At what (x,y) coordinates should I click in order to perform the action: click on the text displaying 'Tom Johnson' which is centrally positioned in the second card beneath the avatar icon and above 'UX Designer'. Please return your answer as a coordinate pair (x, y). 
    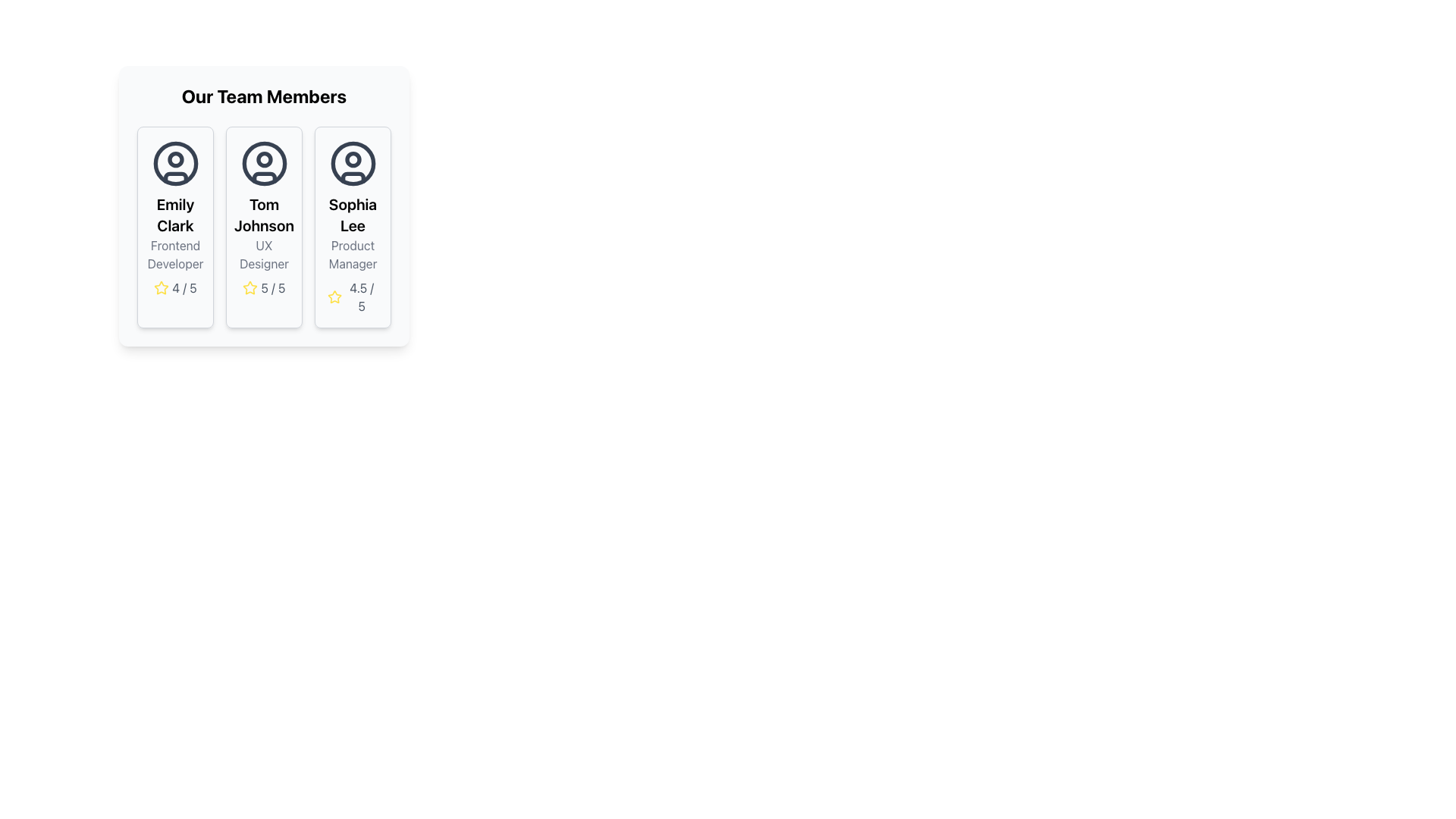
    Looking at the image, I should click on (264, 215).